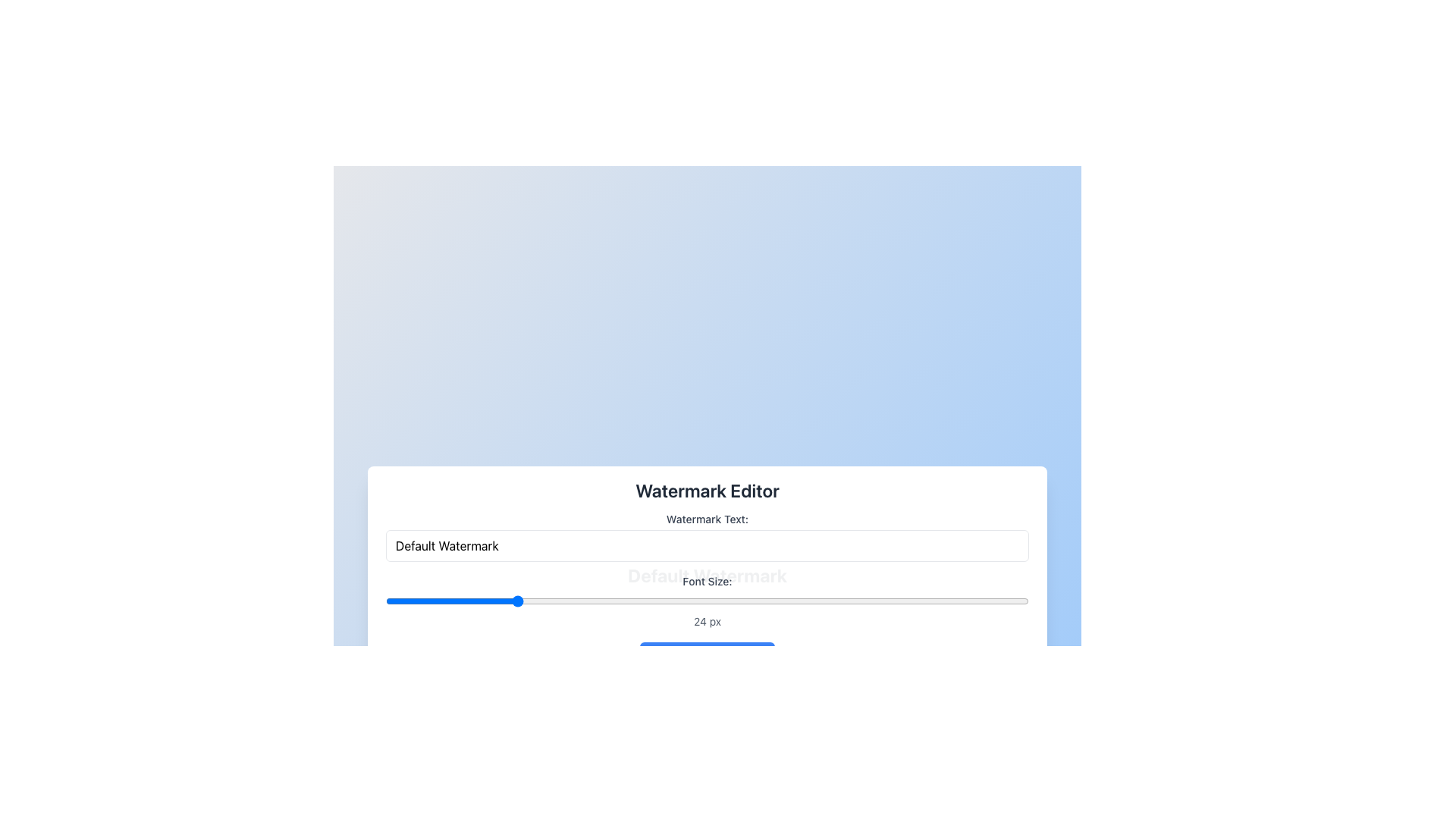 The width and height of the screenshot is (1456, 819). Describe the element at coordinates (706, 621) in the screenshot. I see `value displayed in the text label showing '24 px', which is styled in a small gray font and is positioned below the slider component and to the right of the 'Font Size:' label` at that location.